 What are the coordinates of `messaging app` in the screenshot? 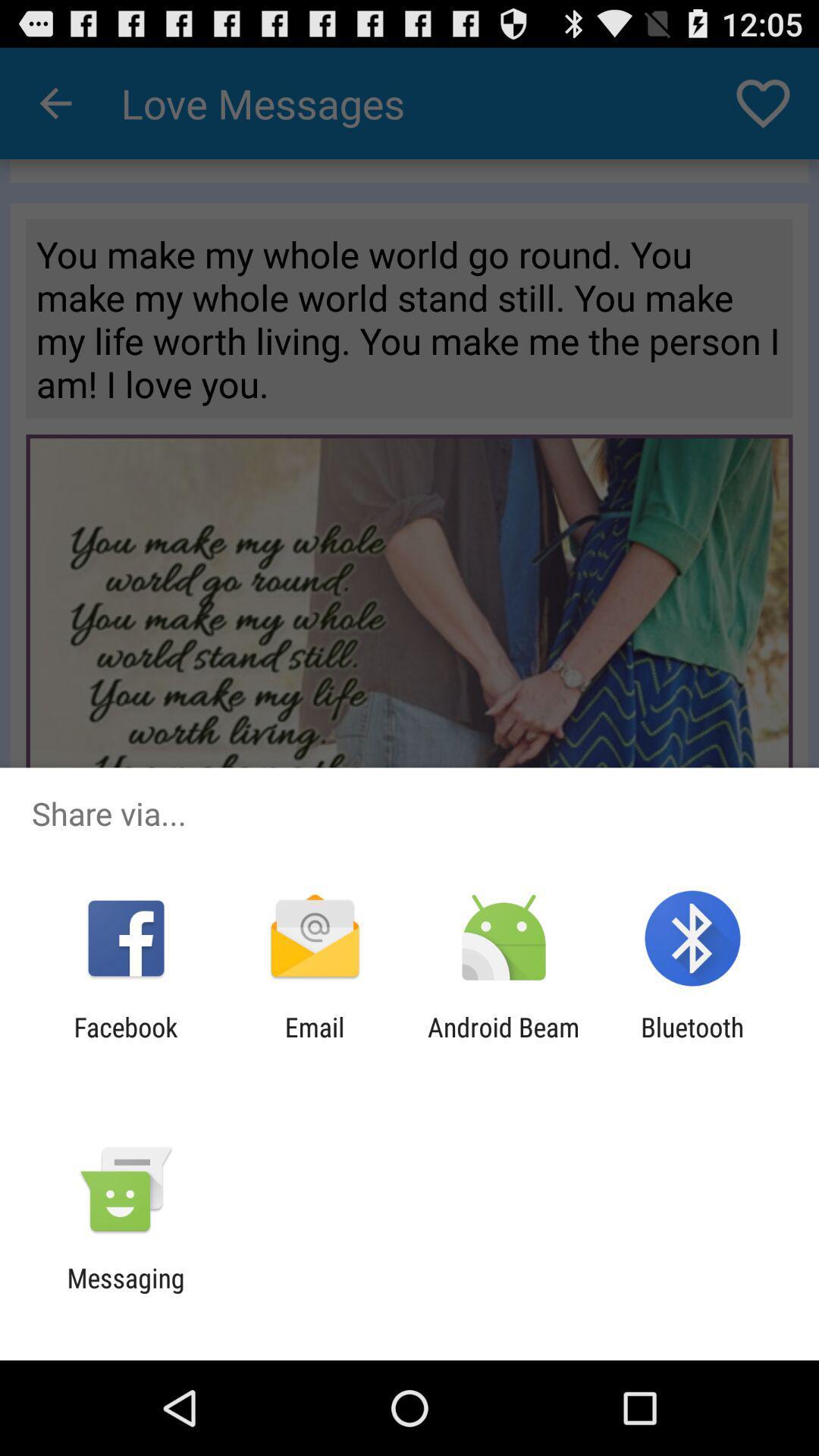 It's located at (125, 1293).